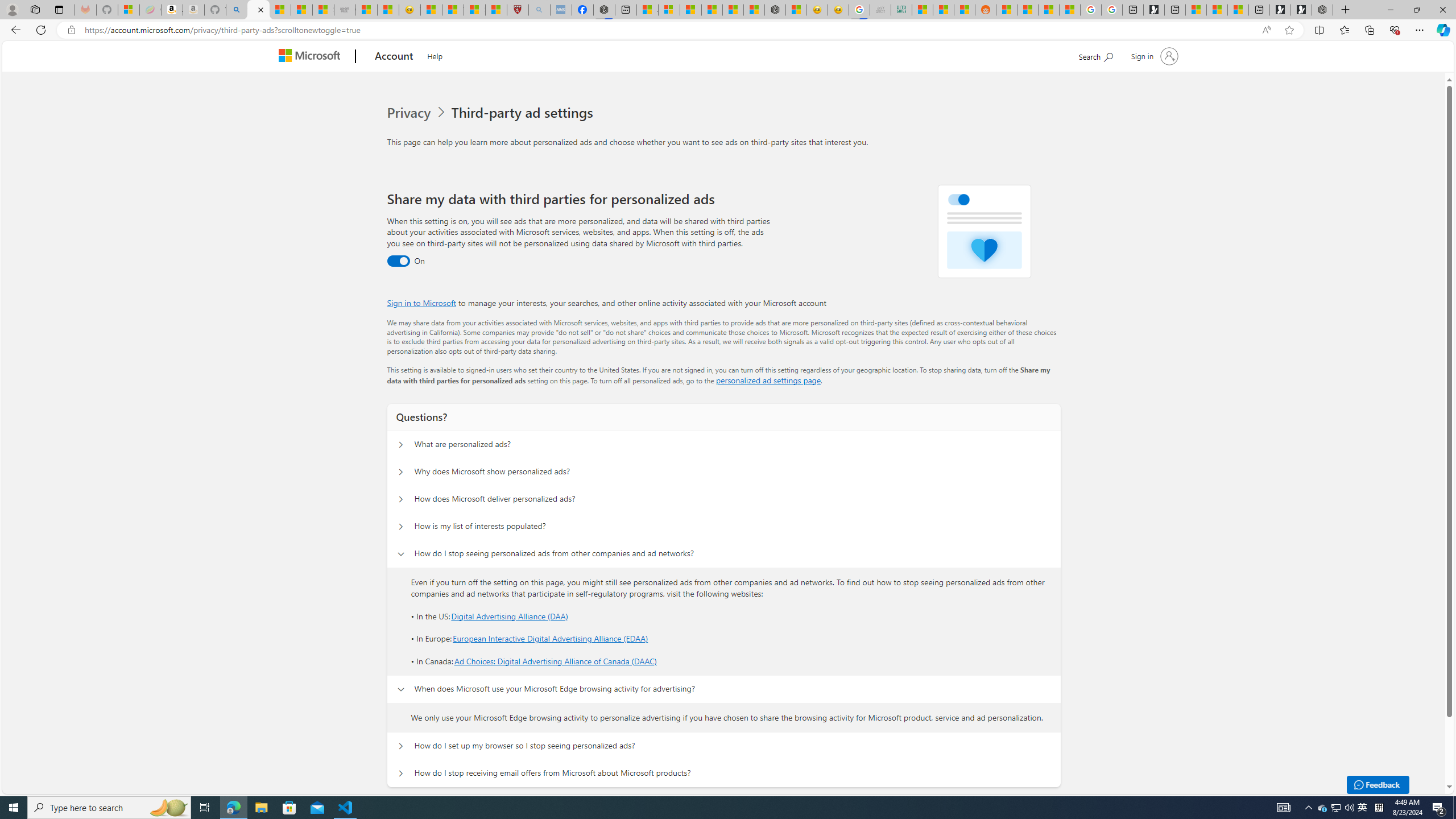 This screenshot has height=819, width=1456. Describe the element at coordinates (555, 660) in the screenshot. I see `'Ad Choices: Digital Advertising Alliance of Canada (DAAC)'` at that location.